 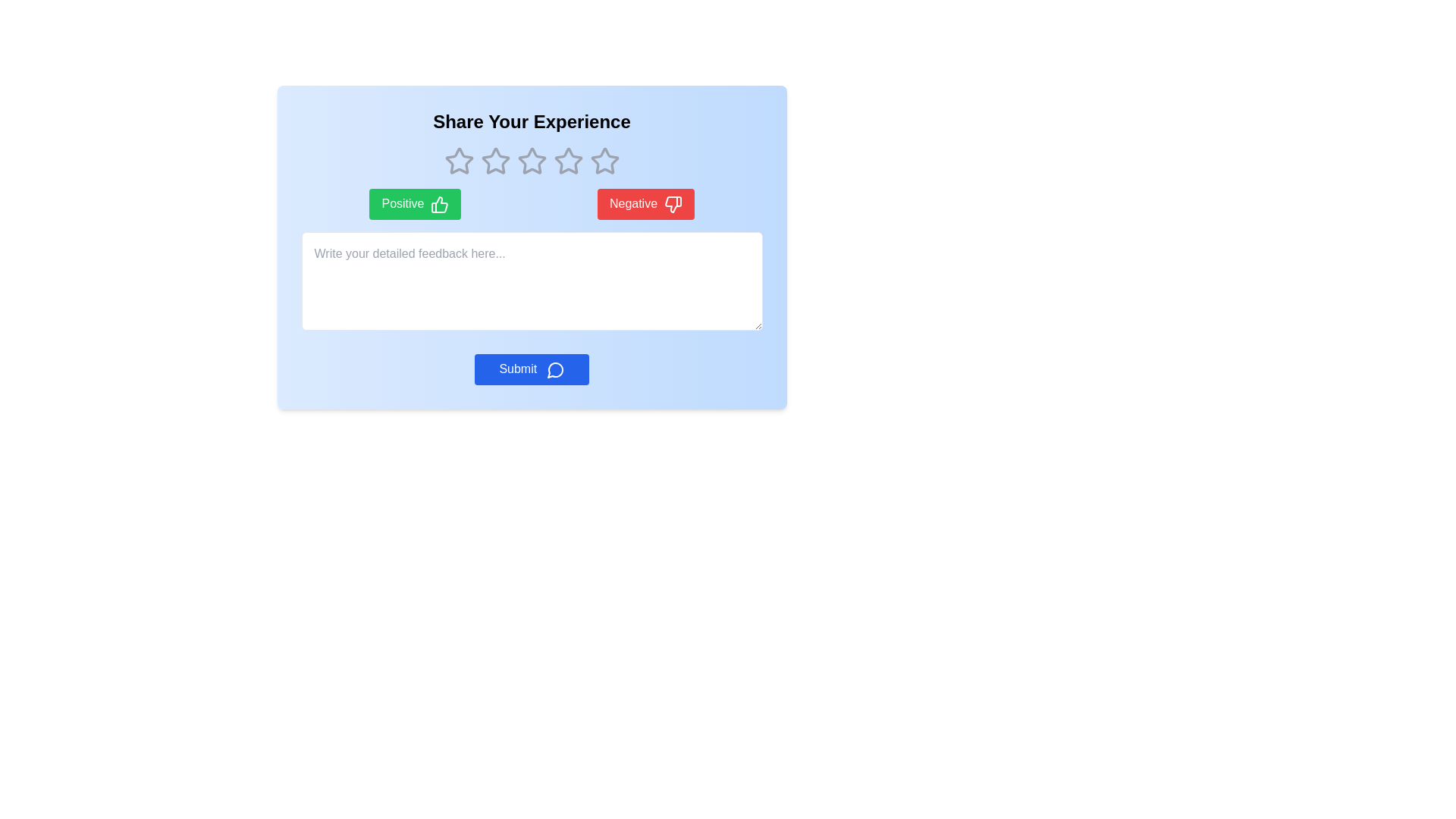 What do you see at coordinates (567, 161) in the screenshot?
I see `the sixth star in the star rating SVG icon` at bounding box center [567, 161].